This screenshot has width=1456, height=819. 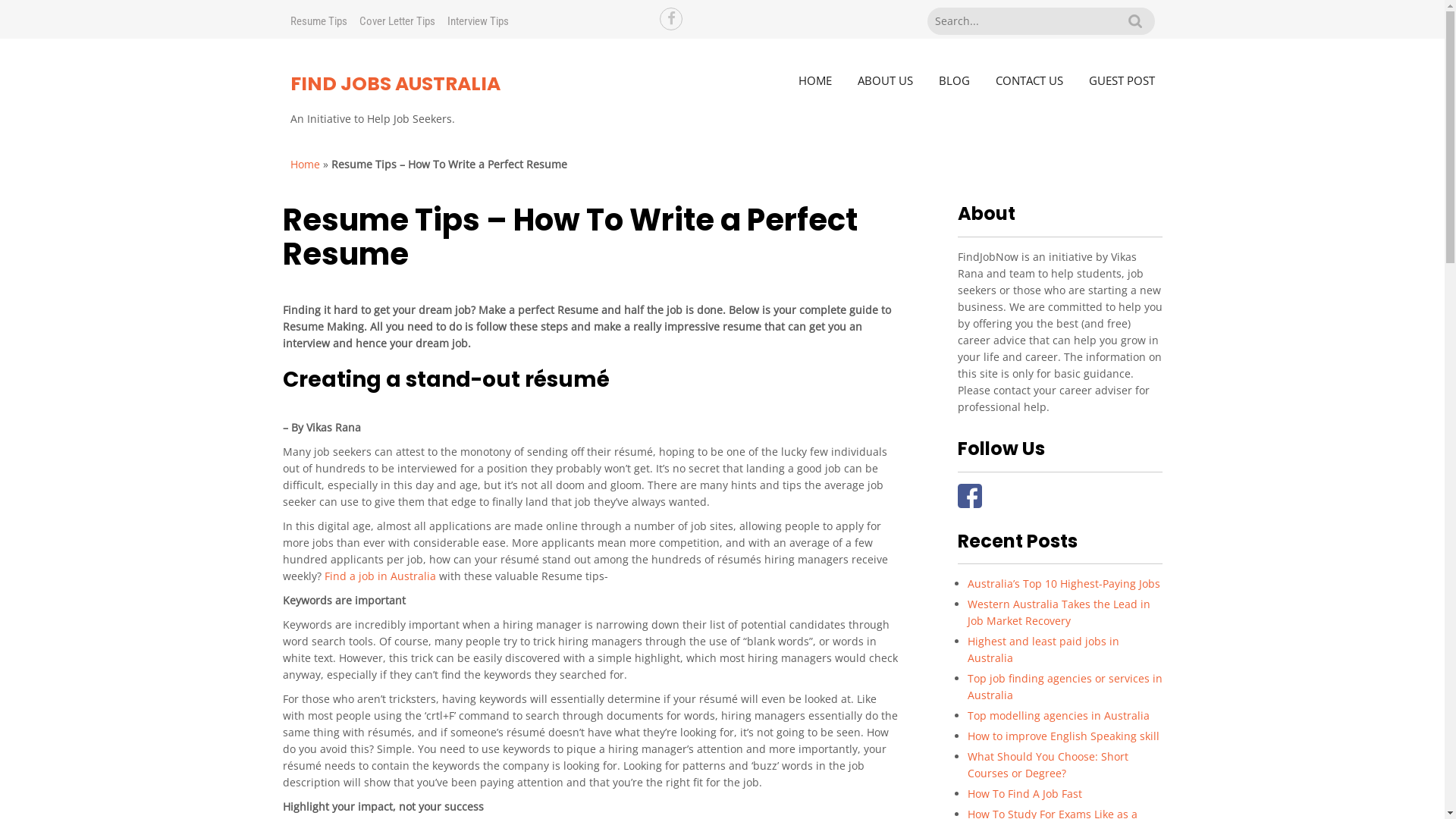 I want to click on 'How to improve English Speaking skill', so click(x=1062, y=735).